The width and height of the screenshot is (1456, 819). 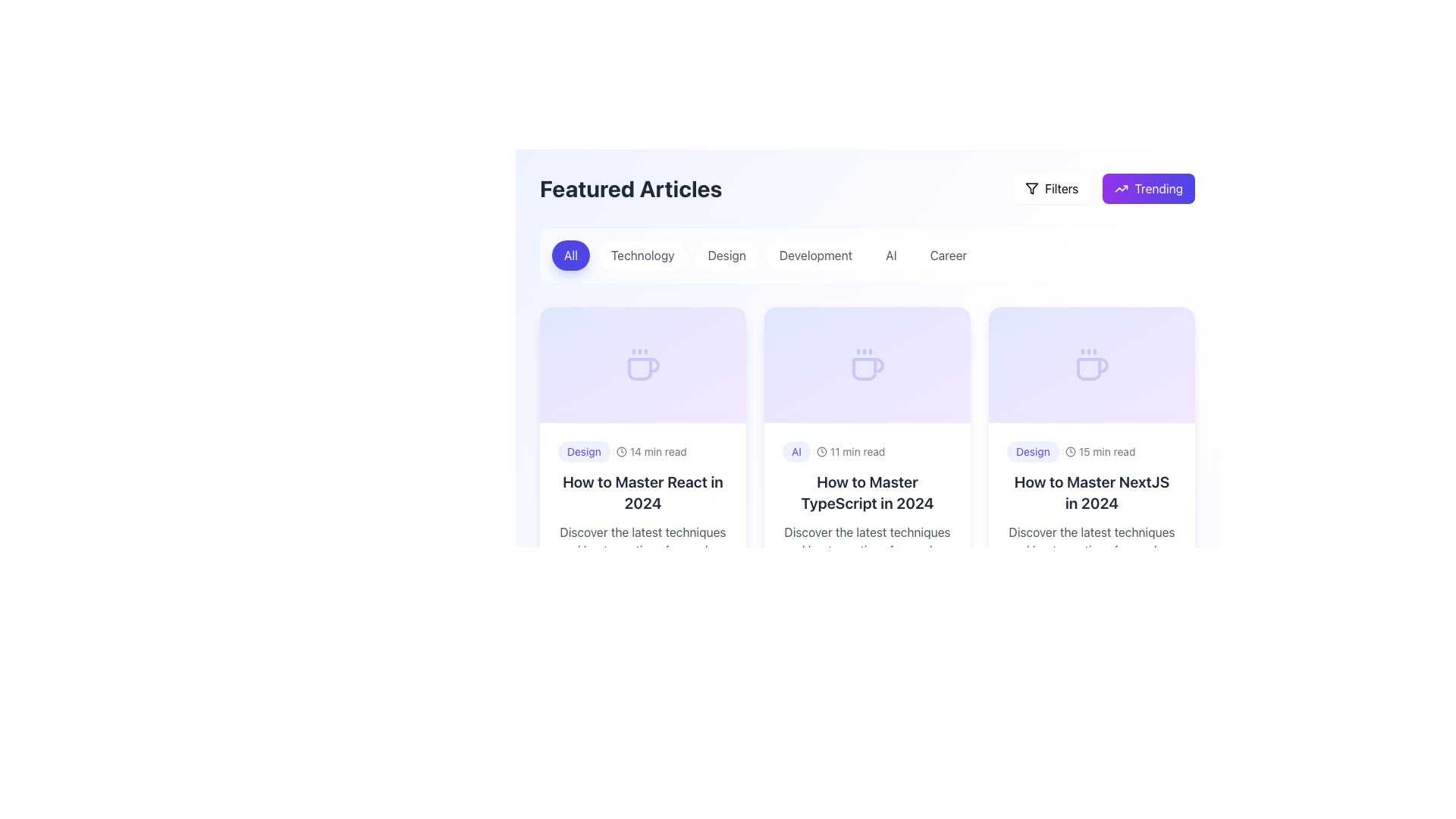 I want to click on the stylized purple coffee cup icon with steam lines, located at the top section of the 'How to Master React in 2024' article card, so click(x=643, y=365).